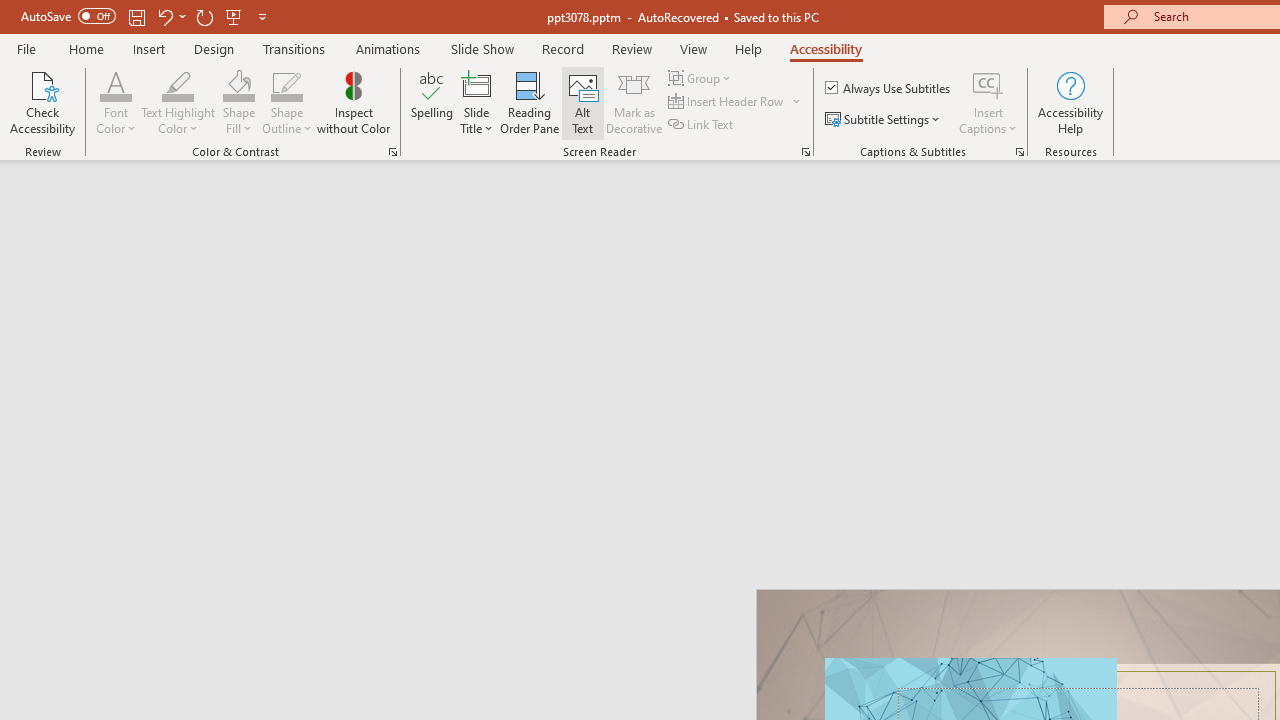 This screenshot has height=720, width=1280. I want to click on 'Link Text', so click(702, 124).